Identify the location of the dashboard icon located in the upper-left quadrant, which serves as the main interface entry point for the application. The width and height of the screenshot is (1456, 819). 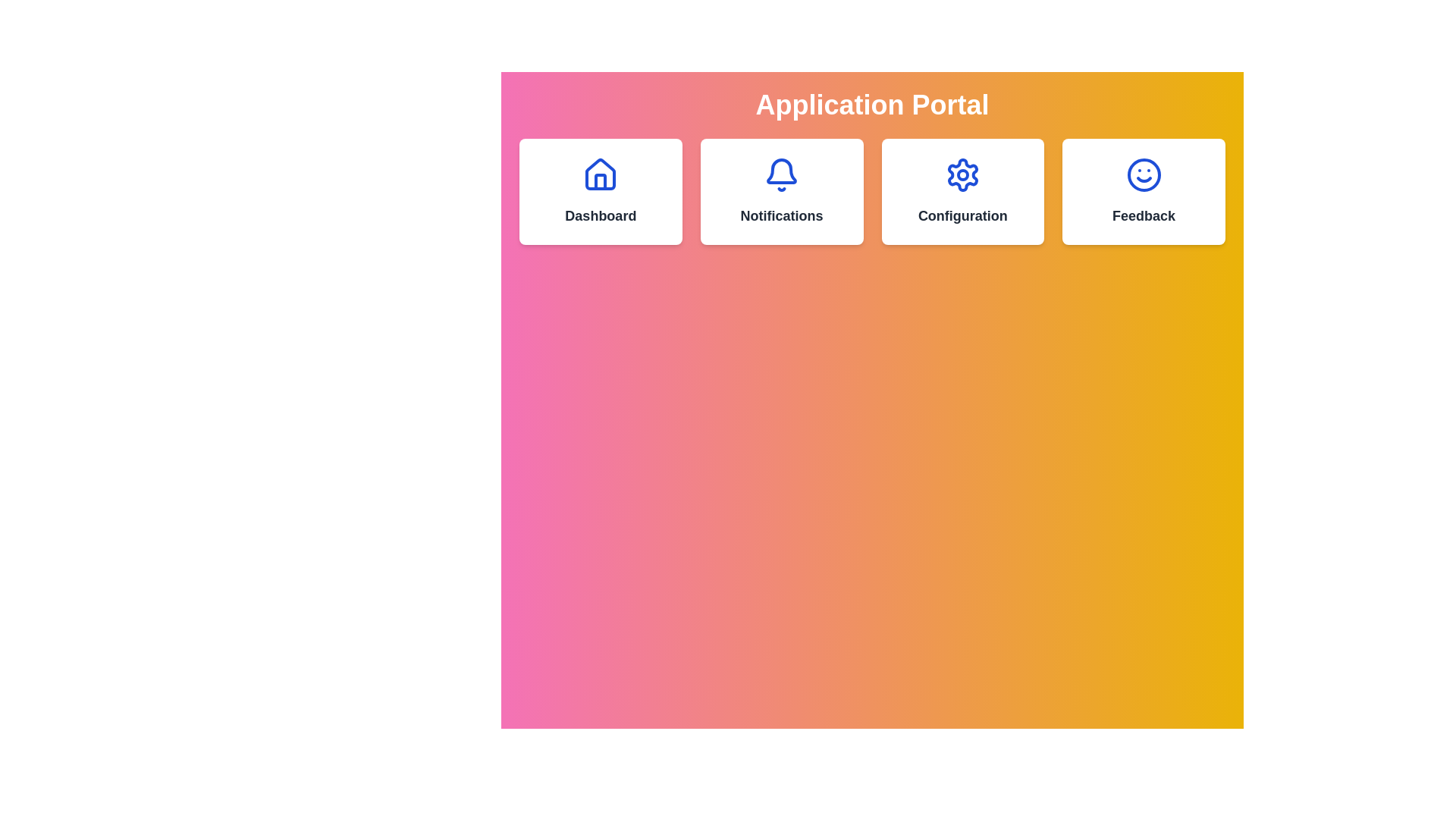
(600, 174).